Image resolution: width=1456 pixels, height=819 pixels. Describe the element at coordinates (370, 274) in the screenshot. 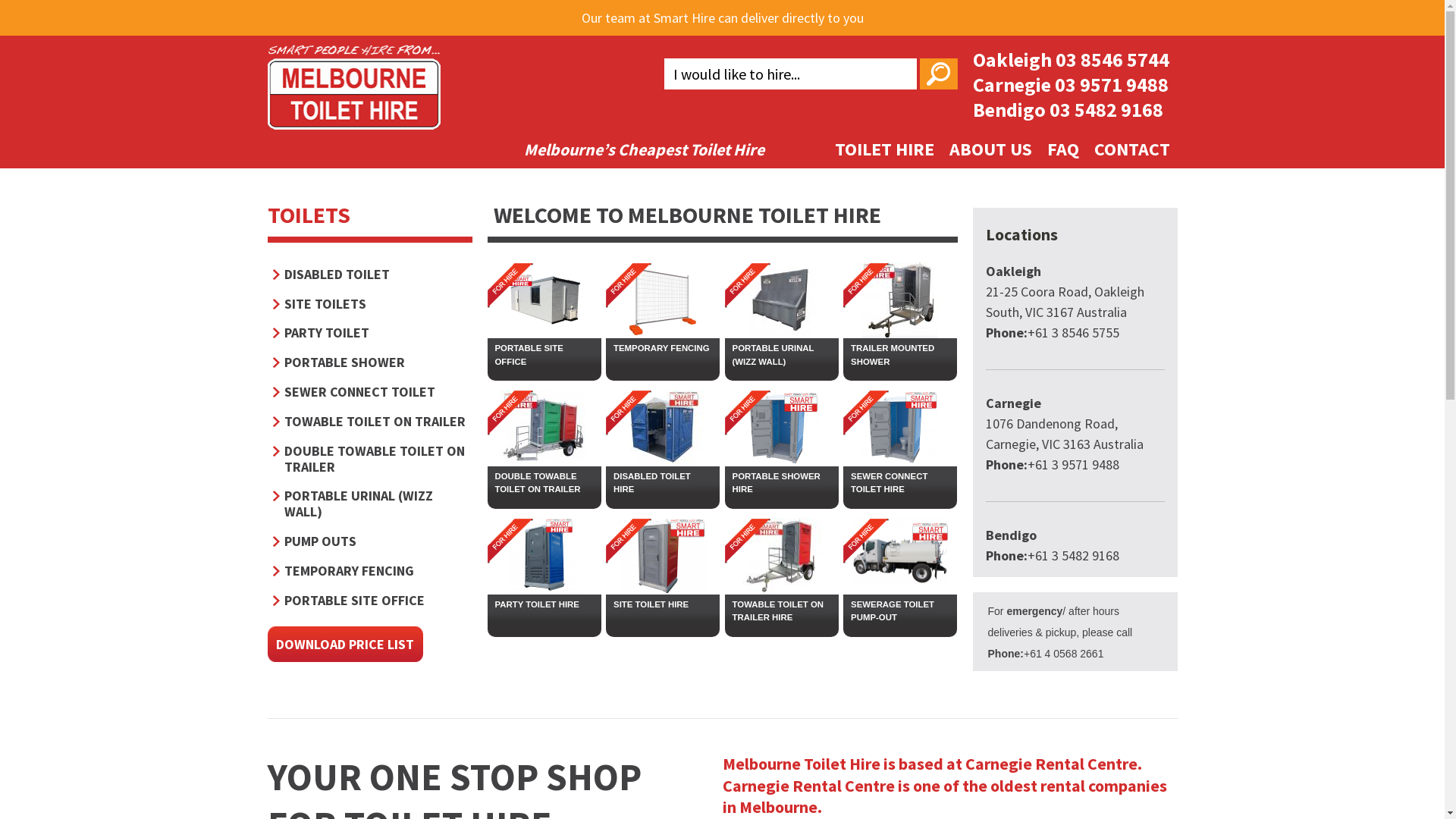

I see `'DISABLED TOILET'` at that location.